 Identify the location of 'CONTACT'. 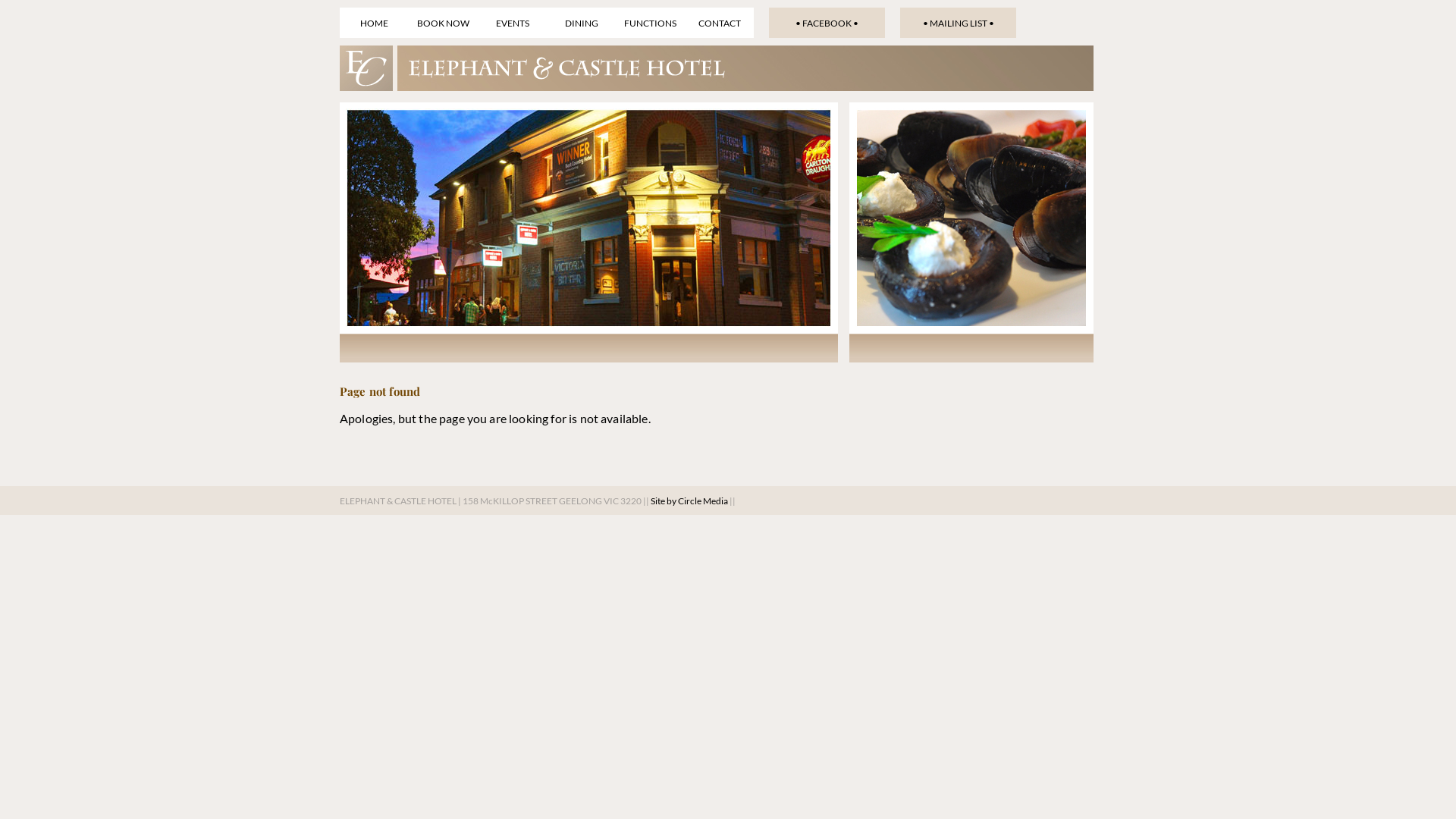
(718, 23).